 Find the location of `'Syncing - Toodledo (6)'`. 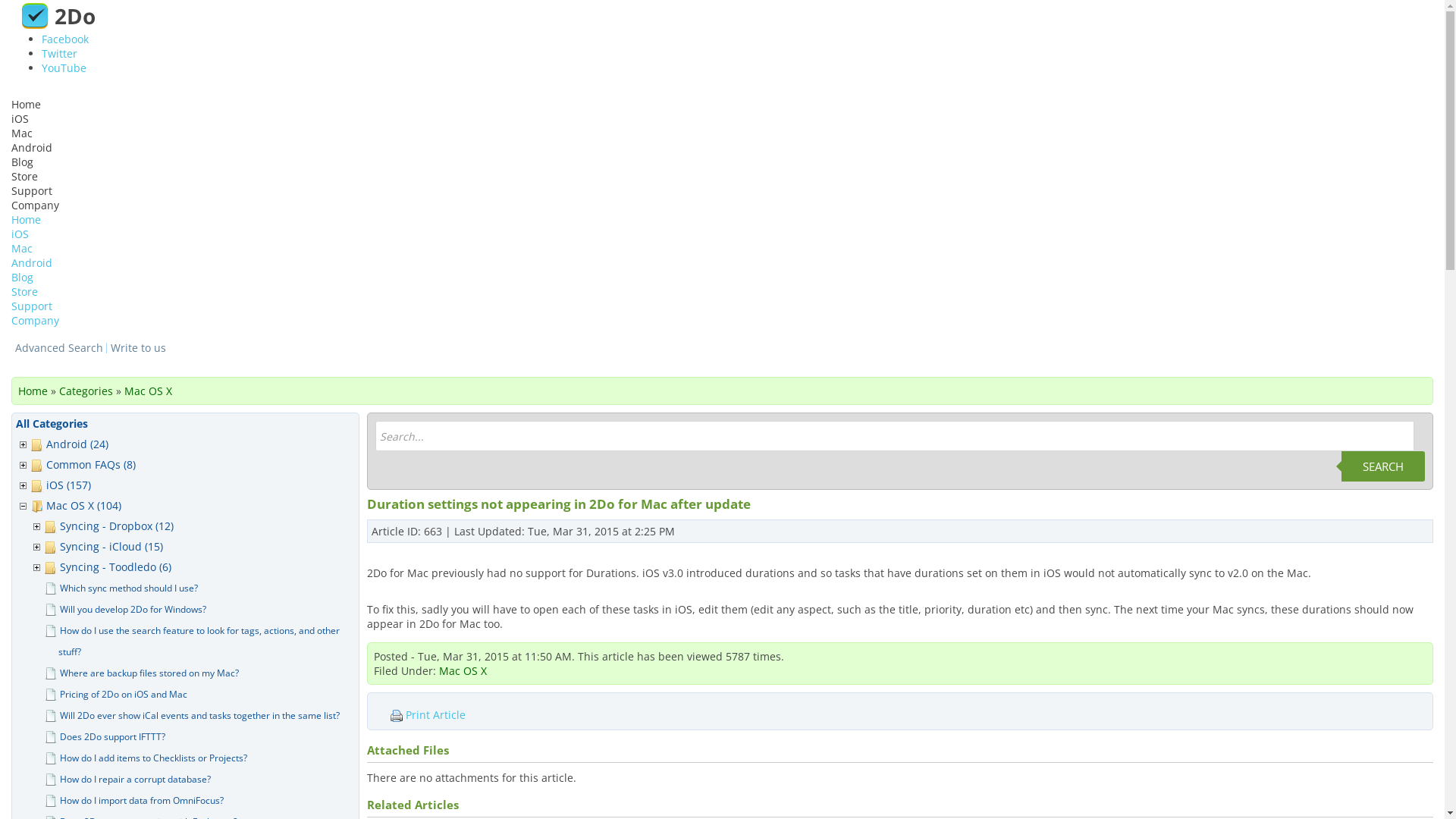

'Syncing - Toodledo (6)' is located at coordinates (118, 566).